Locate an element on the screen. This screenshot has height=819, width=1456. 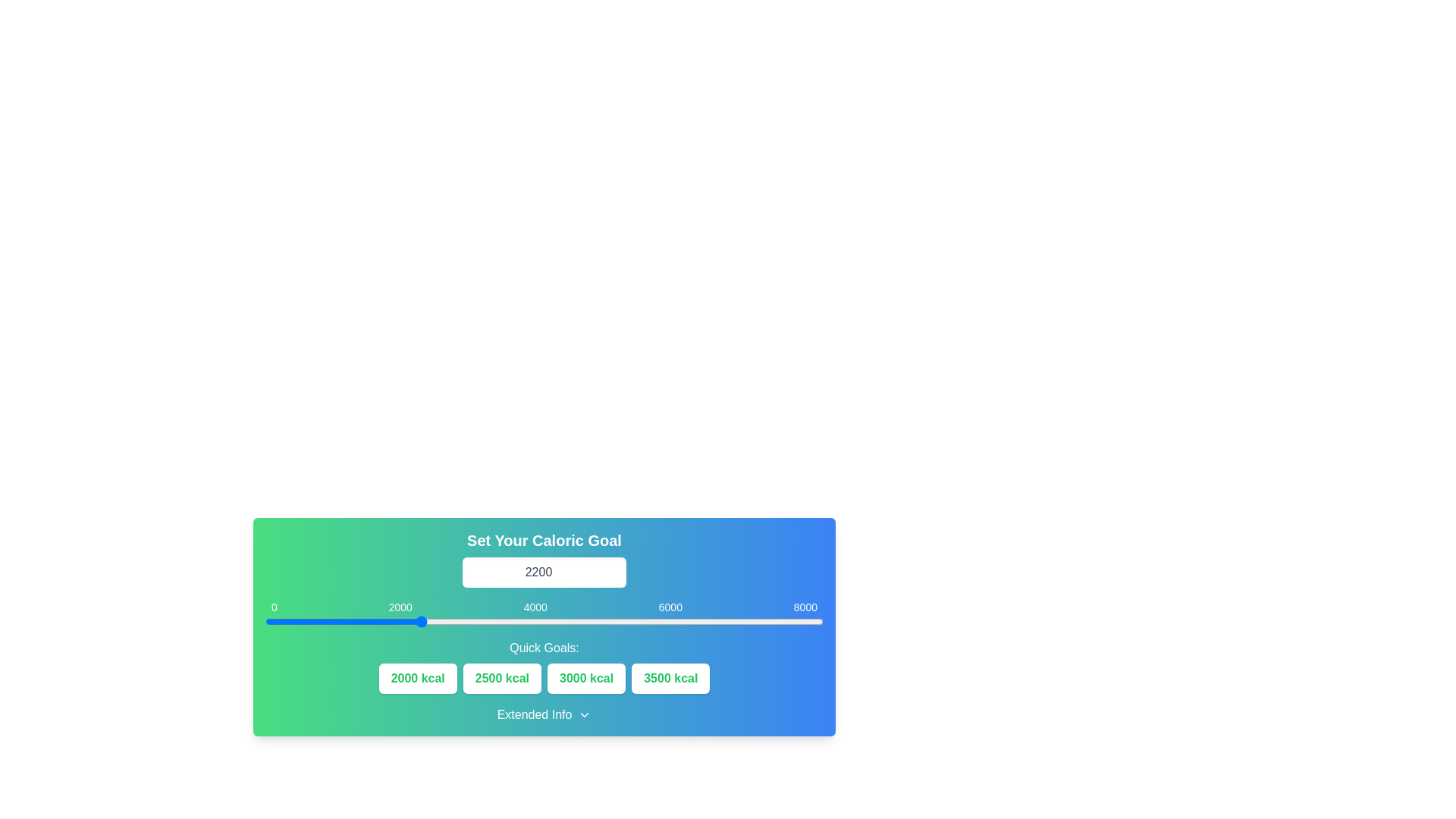
caloric goal is located at coordinates (277, 622).